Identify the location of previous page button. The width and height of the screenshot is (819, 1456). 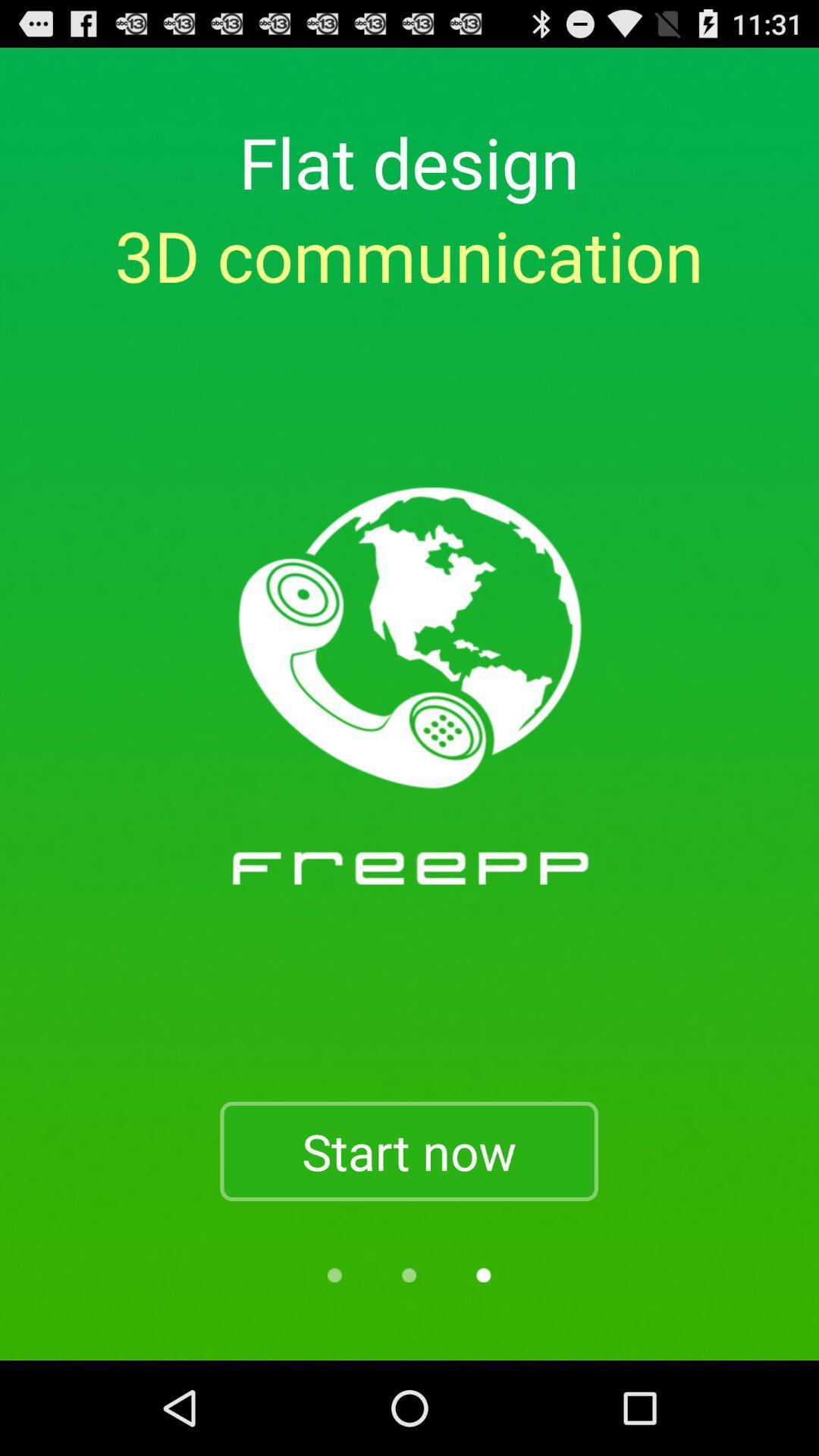
(334, 1274).